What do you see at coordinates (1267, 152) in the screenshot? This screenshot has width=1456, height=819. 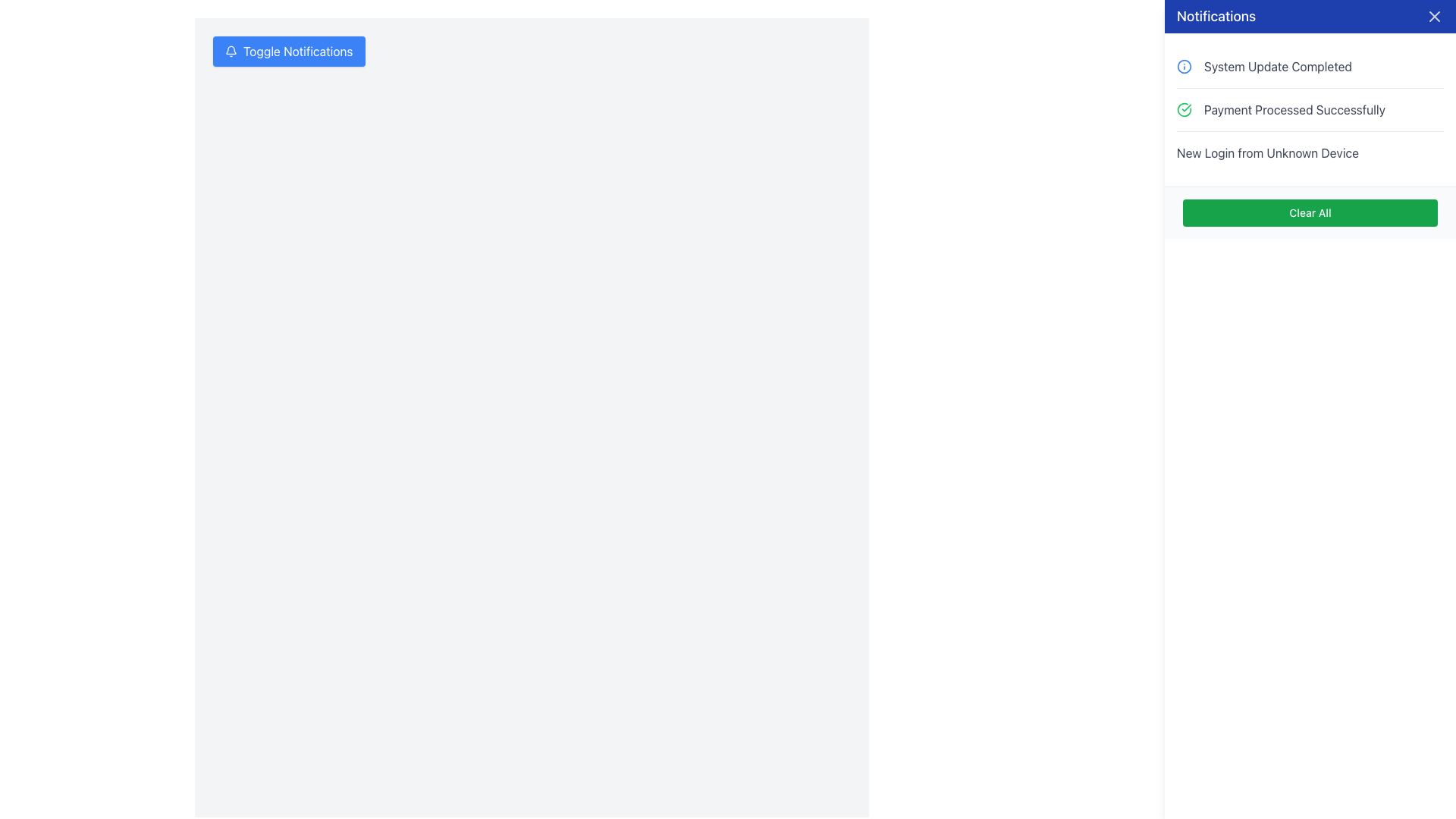 I see `notification text 'New Login from Unknown Device' located in the Notifications panel, which is the third notification in the list` at bounding box center [1267, 152].